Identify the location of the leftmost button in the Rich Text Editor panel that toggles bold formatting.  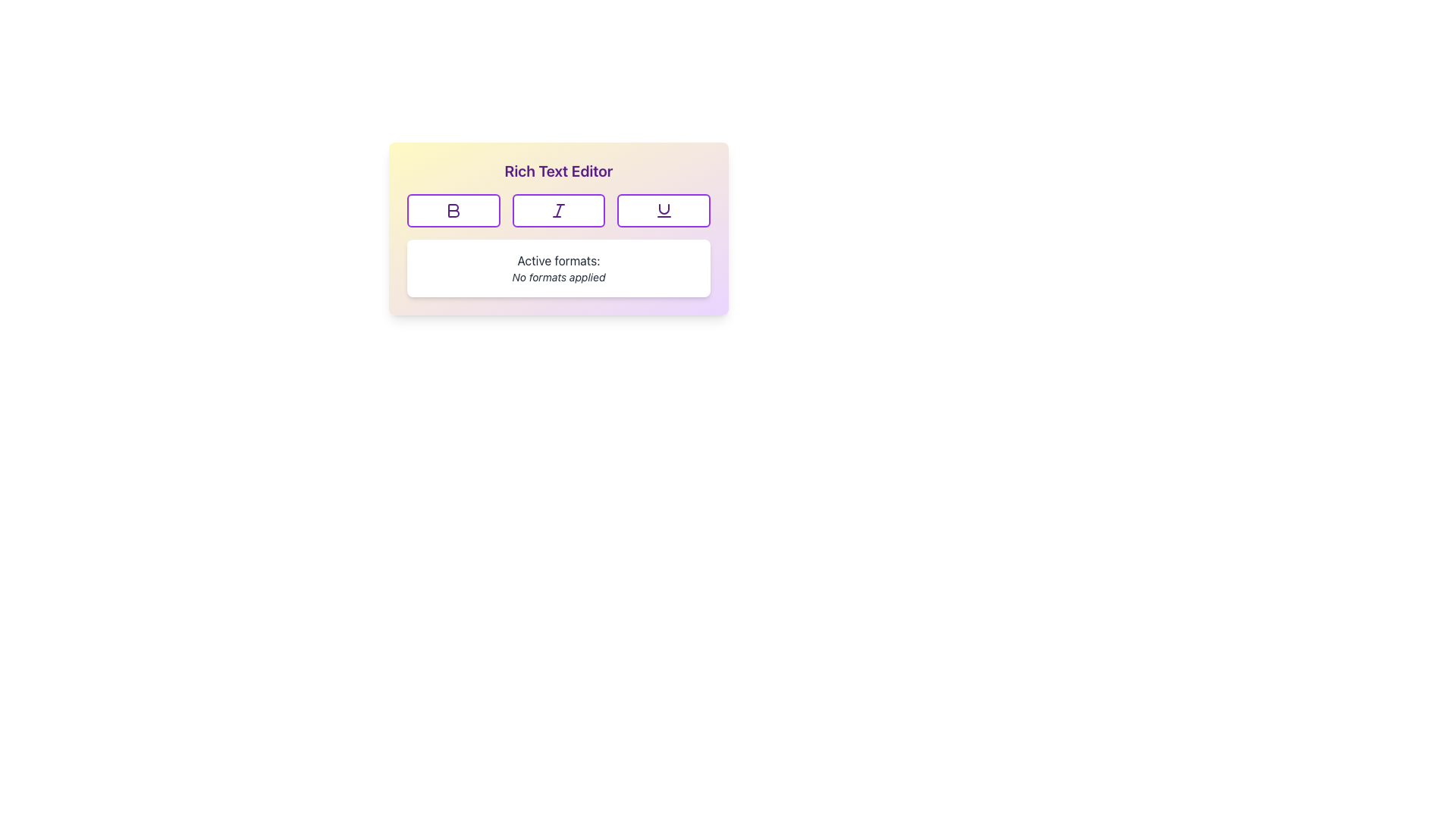
(453, 210).